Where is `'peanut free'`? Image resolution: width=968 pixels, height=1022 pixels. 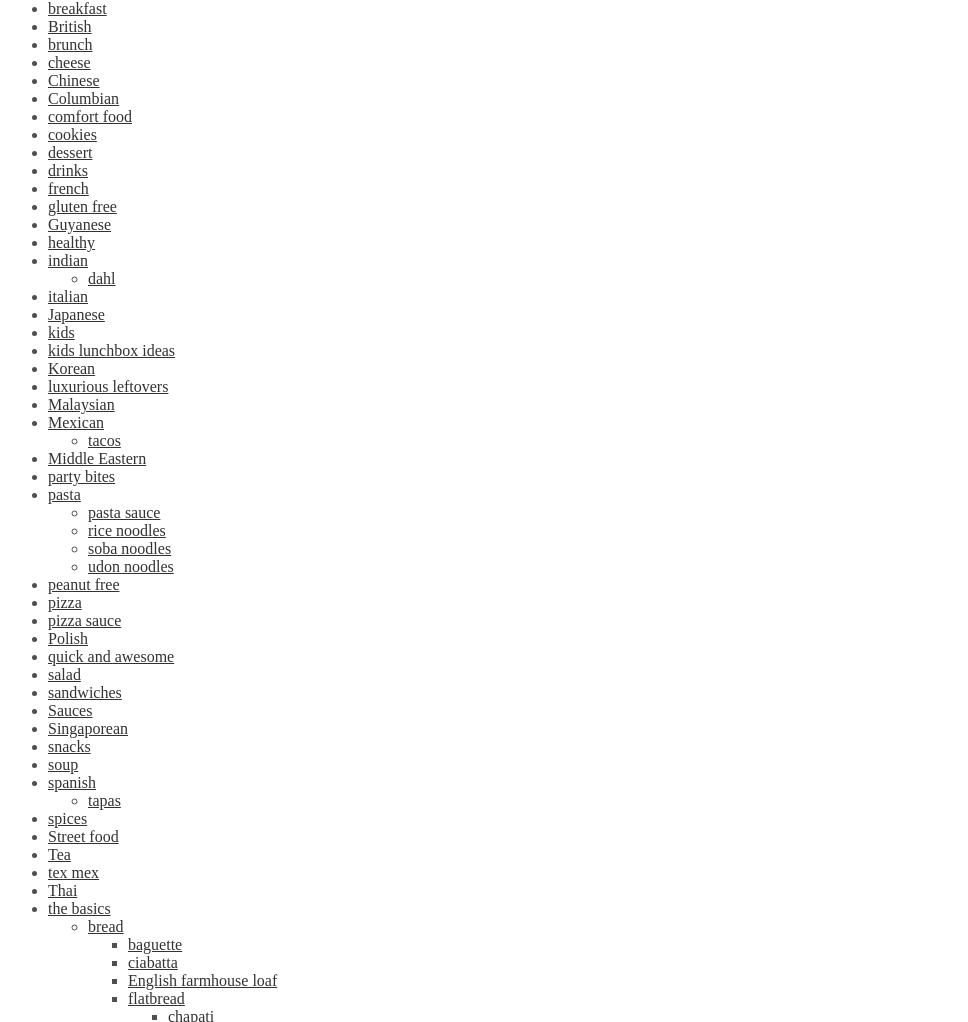 'peanut free' is located at coordinates (47, 584).